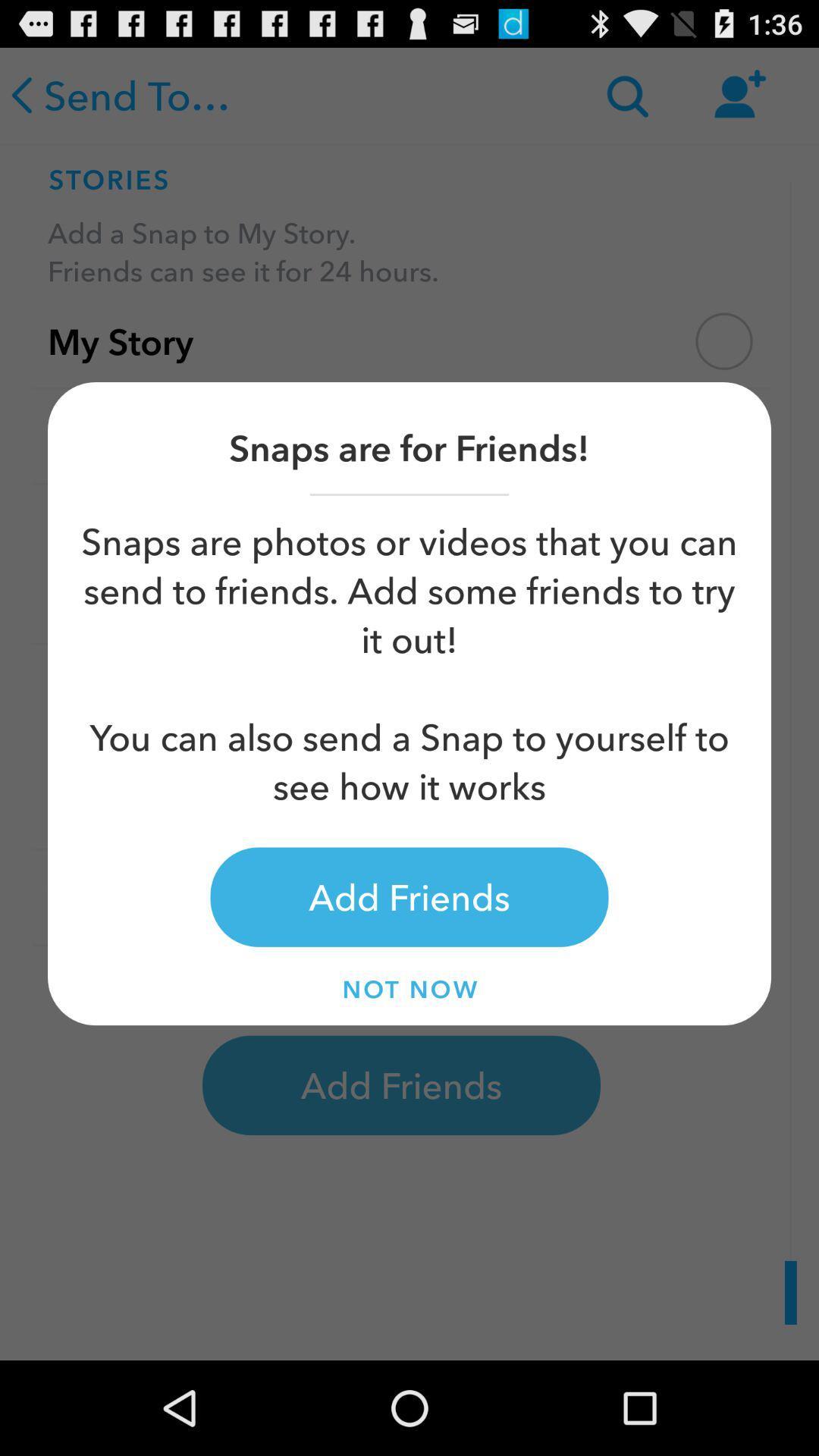 This screenshot has height=1456, width=819. I want to click on item below add friends item, so click(409, 989).